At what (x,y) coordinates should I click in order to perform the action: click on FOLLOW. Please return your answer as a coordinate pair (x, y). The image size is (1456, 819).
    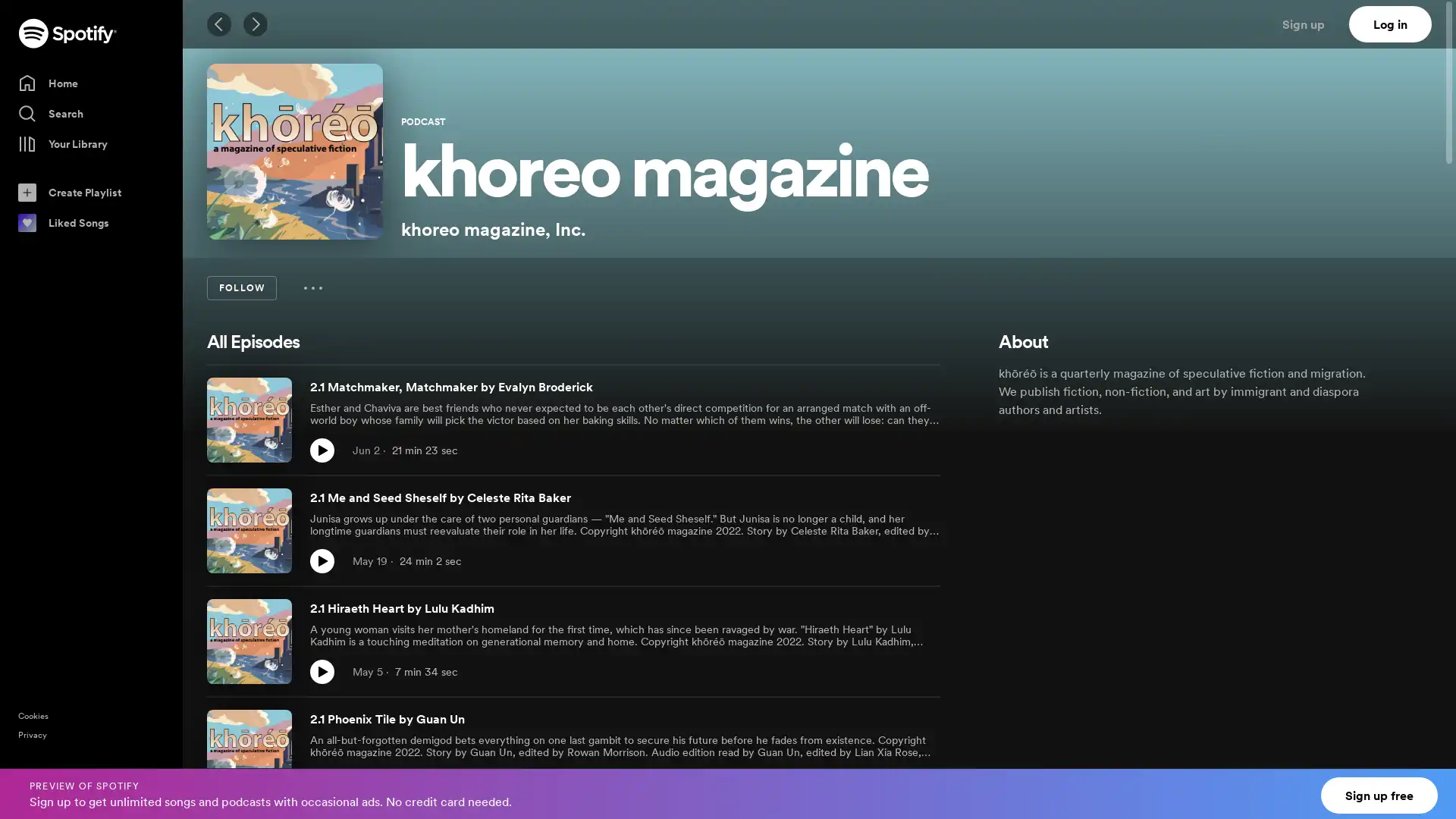
    Looking at the image, I should click on (240, 288).